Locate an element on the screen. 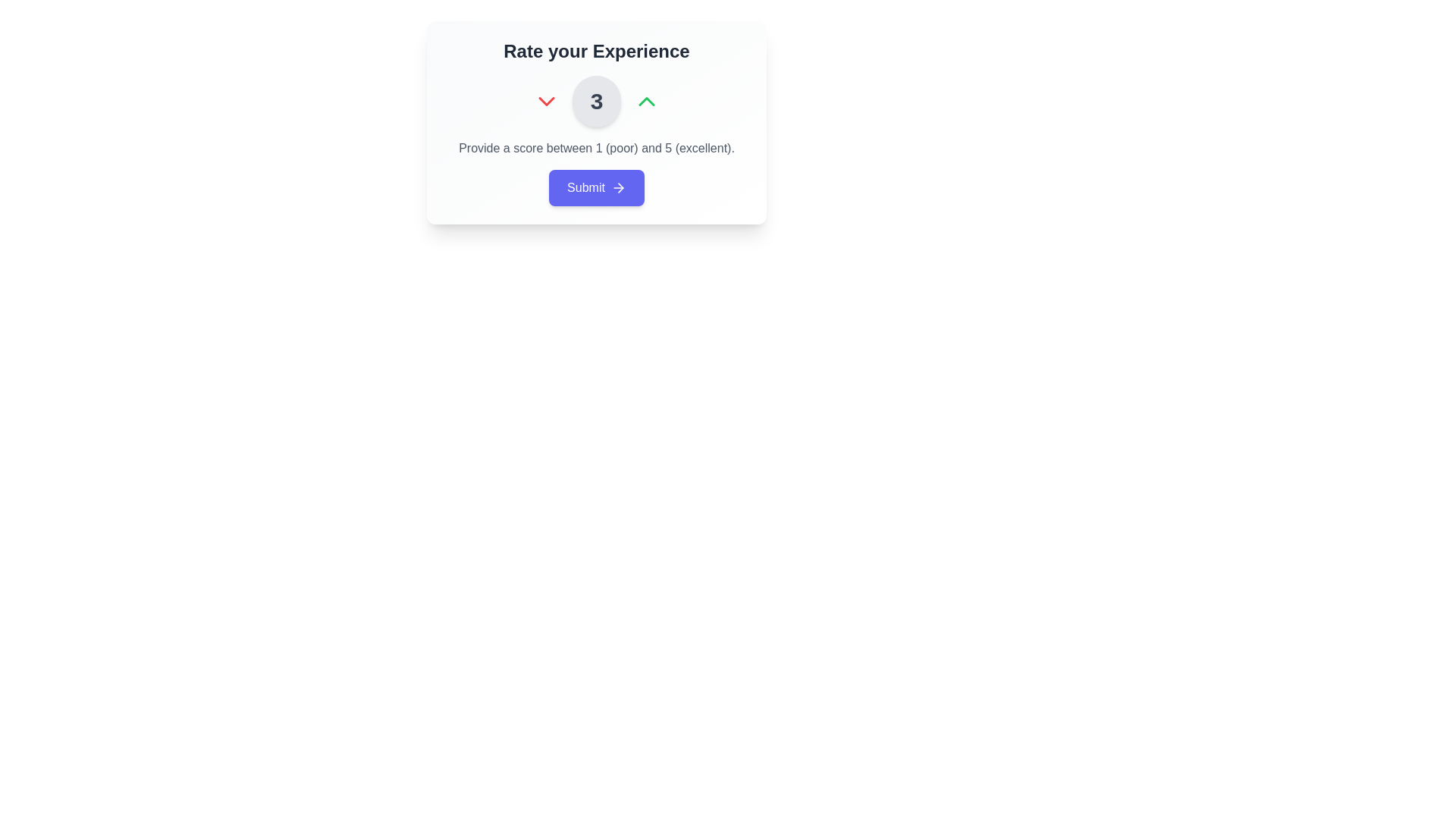 The width and height of the screenshot is (1456, 819). the upward-pointing green arrow icon in the top-right corner of the scoring interface to increase the score is located at coordinates (647, 102).